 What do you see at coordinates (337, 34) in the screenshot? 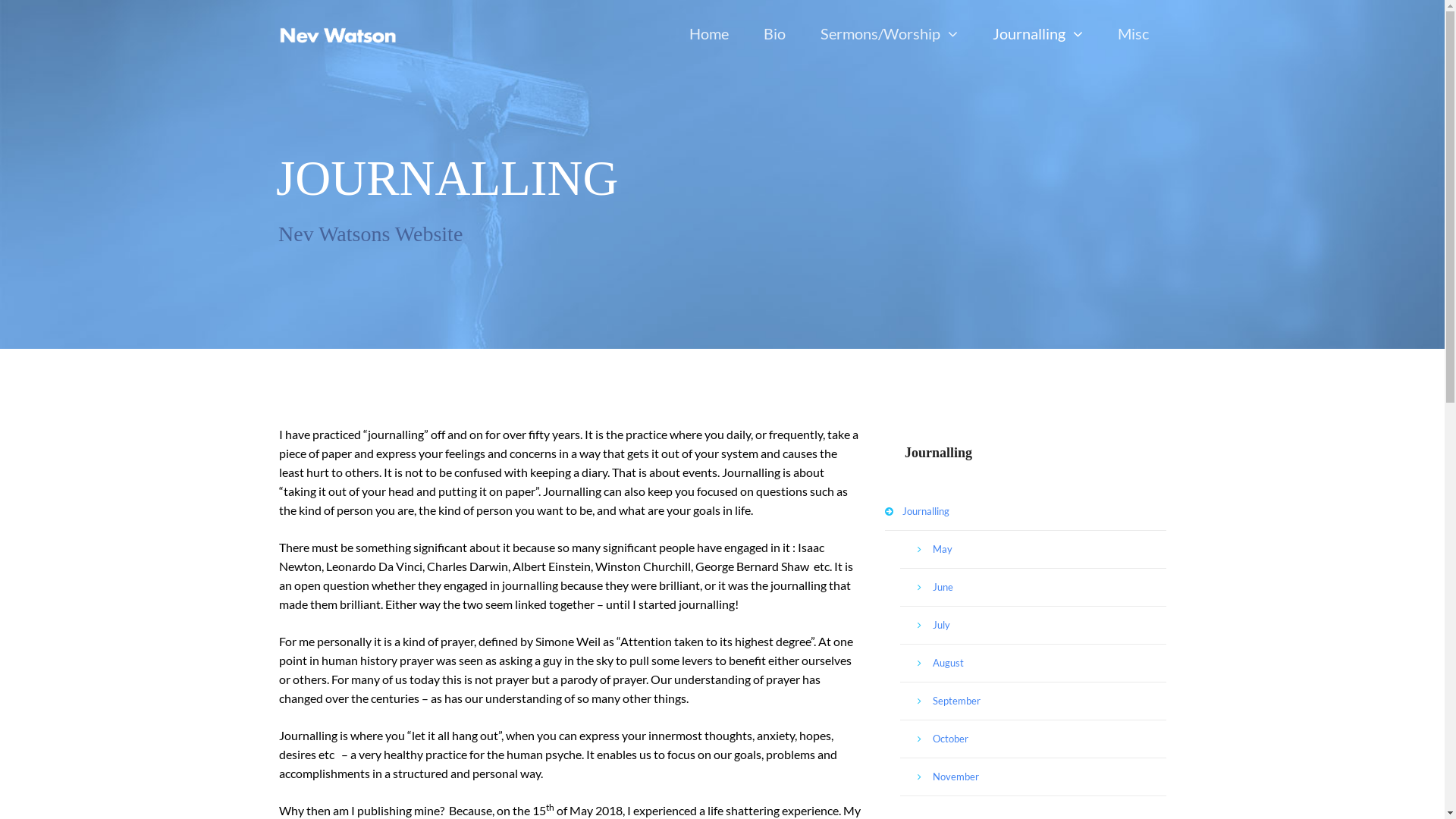
I see `'Reverend Nev Watson'` at bounding box center [337, 34].